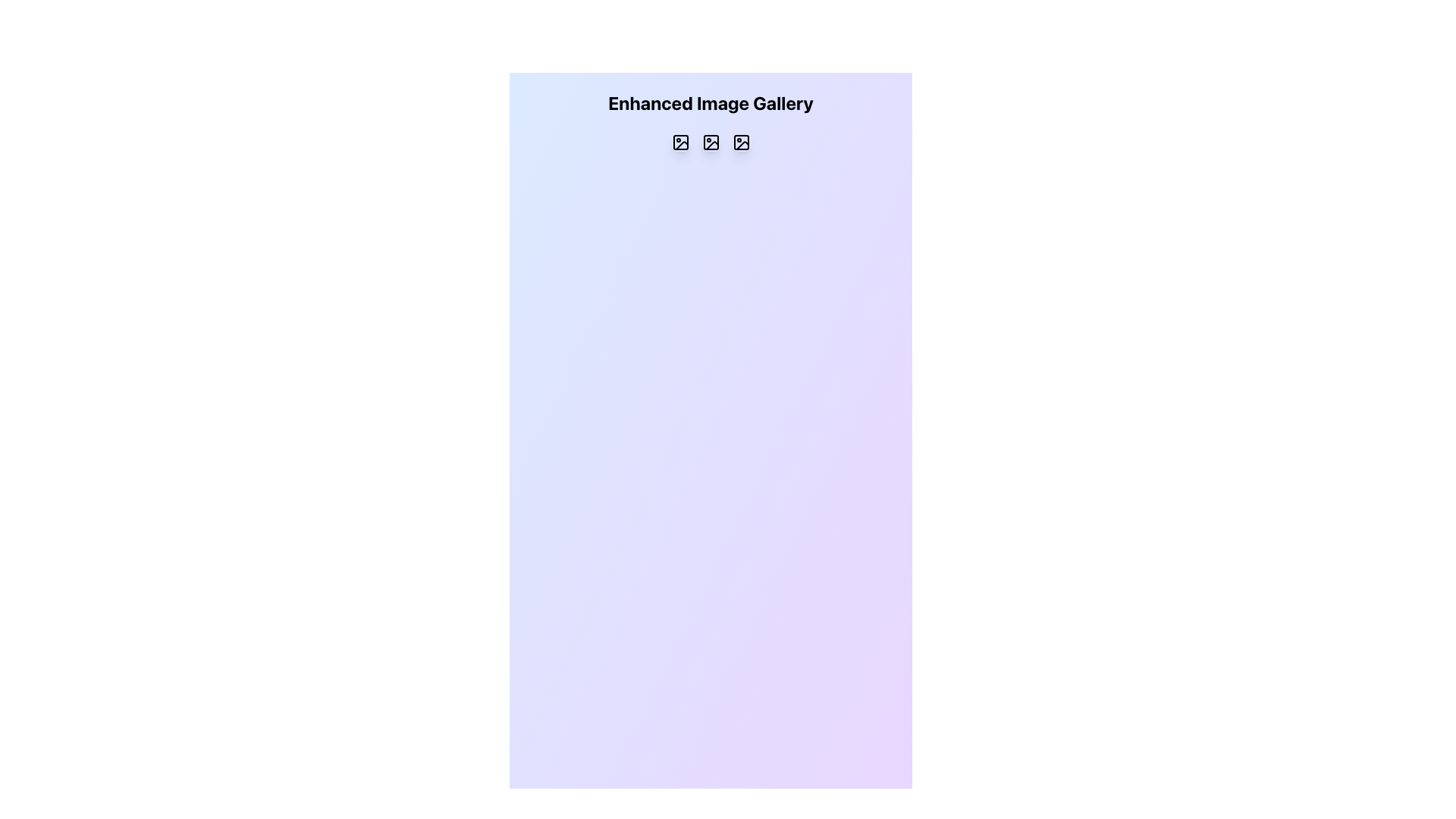 The height and width of the screenshot is (819, 1456). What do you see at coordinates (742, 146) in the screenshot?
I see `the third graphical icon component in the Enhanced Image Gallery, which serves as an image placeholder` at bounding box center [742, 146].